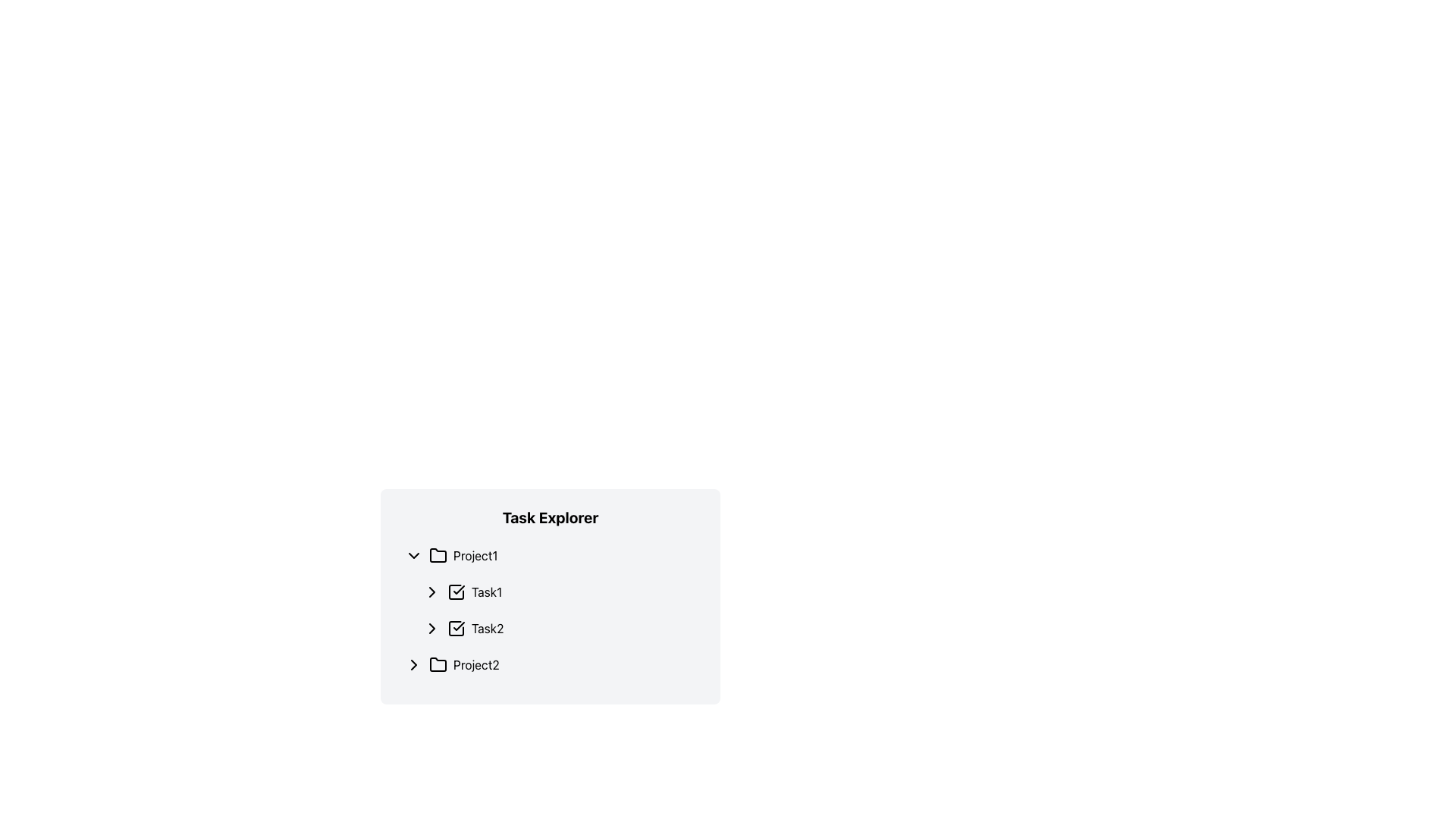 The width and height of the screenshot is (1456, 819). I want to click on the checkbox indicating the completion status of 'Task1', so click(455, 591).